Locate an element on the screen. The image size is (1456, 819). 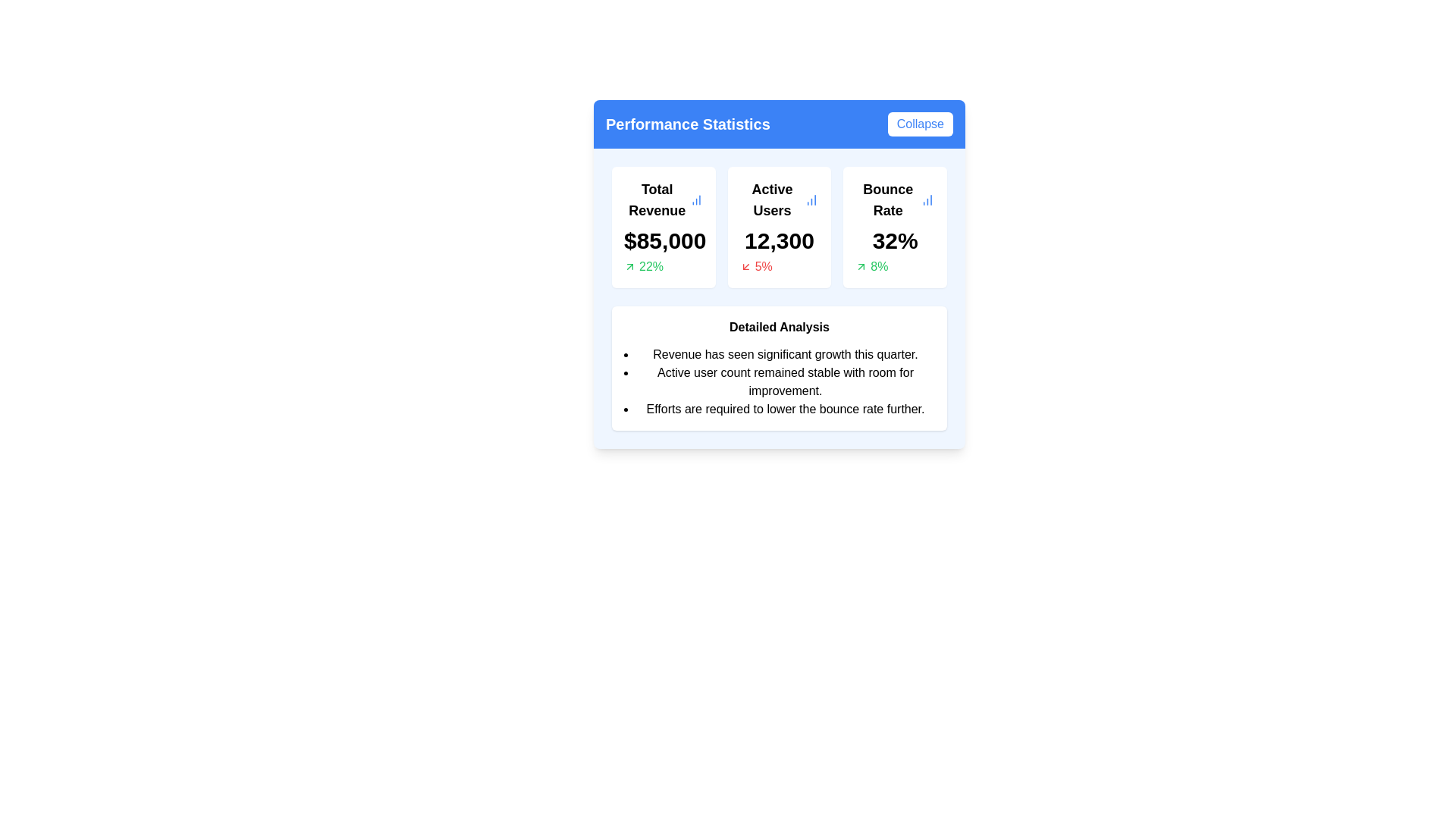
the element displaying the percentage change in the bounce rate, which is located in the third column of the 'Performance Statistics' card, underneath the 'Bounce Rate' title and '32%' value is located at coordinates (895, 265).